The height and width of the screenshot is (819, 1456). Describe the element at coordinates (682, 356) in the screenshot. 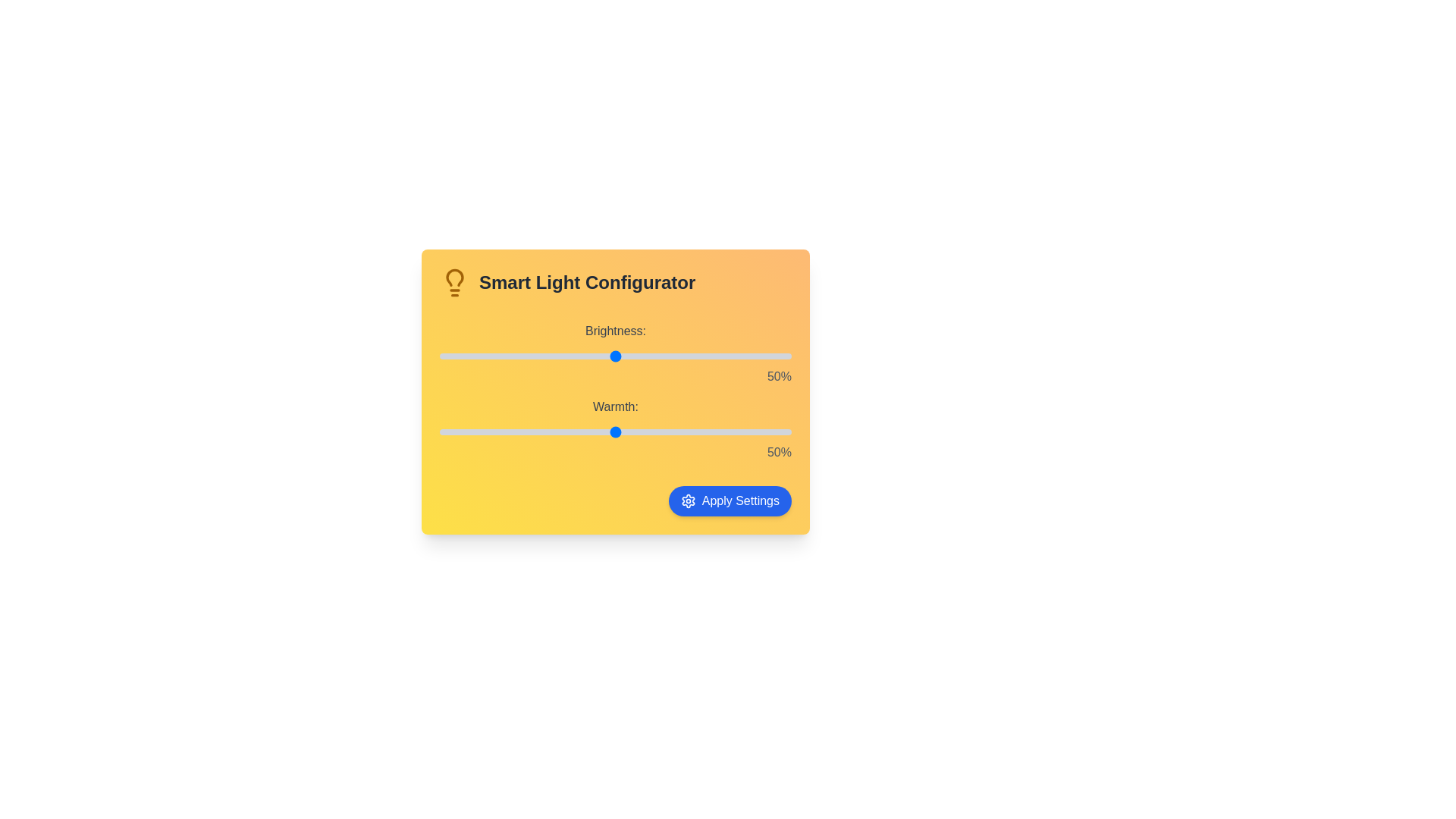

I see `the brightness level` at that location.